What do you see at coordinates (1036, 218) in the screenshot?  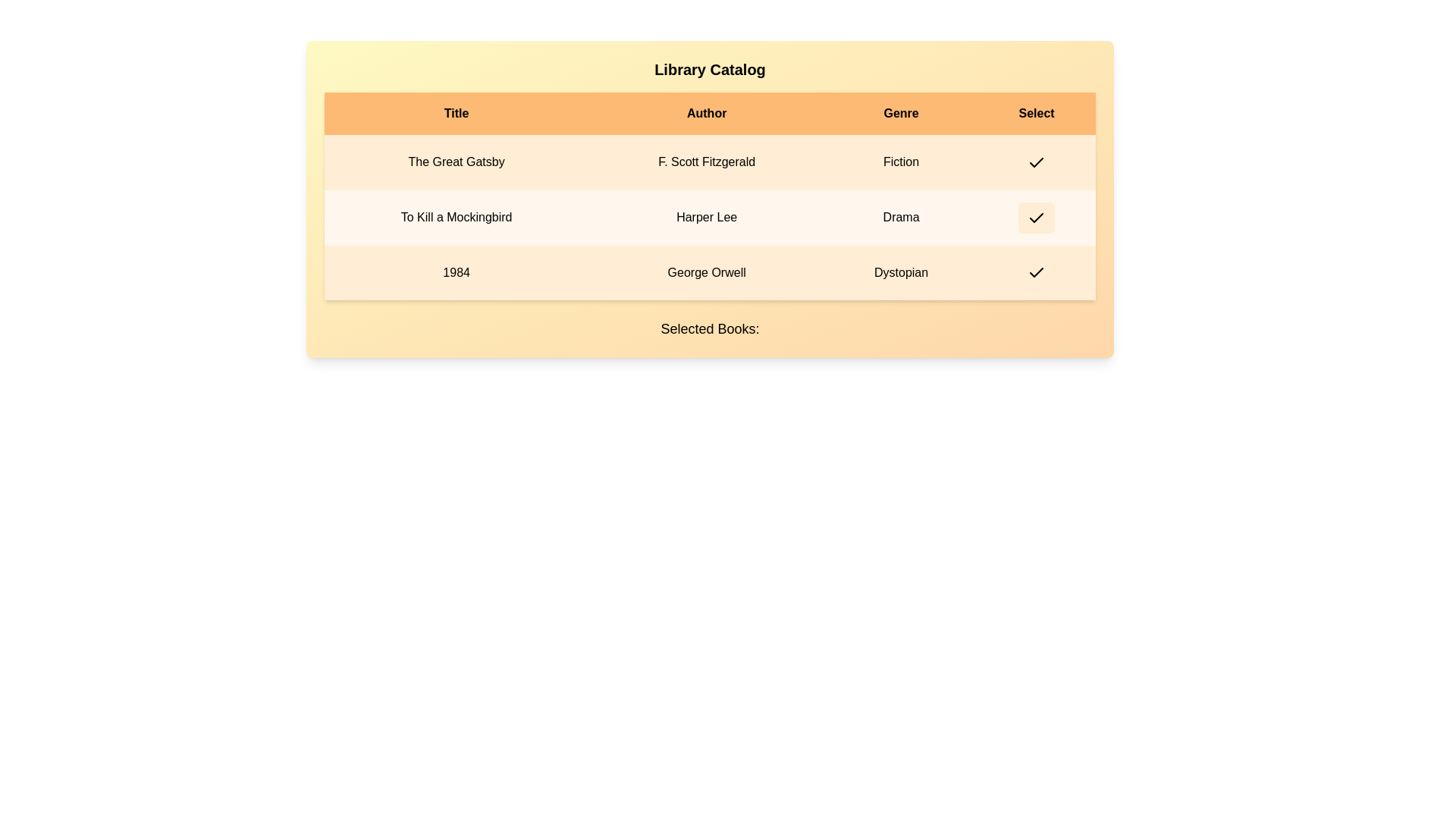 I see `the checkbox or toggle button that indicates the selection of the book 'To Kill a Mockingbird' located in the fourth column of the corresponding table row under the 'Select' column header` at bounding box center [1036, 218].